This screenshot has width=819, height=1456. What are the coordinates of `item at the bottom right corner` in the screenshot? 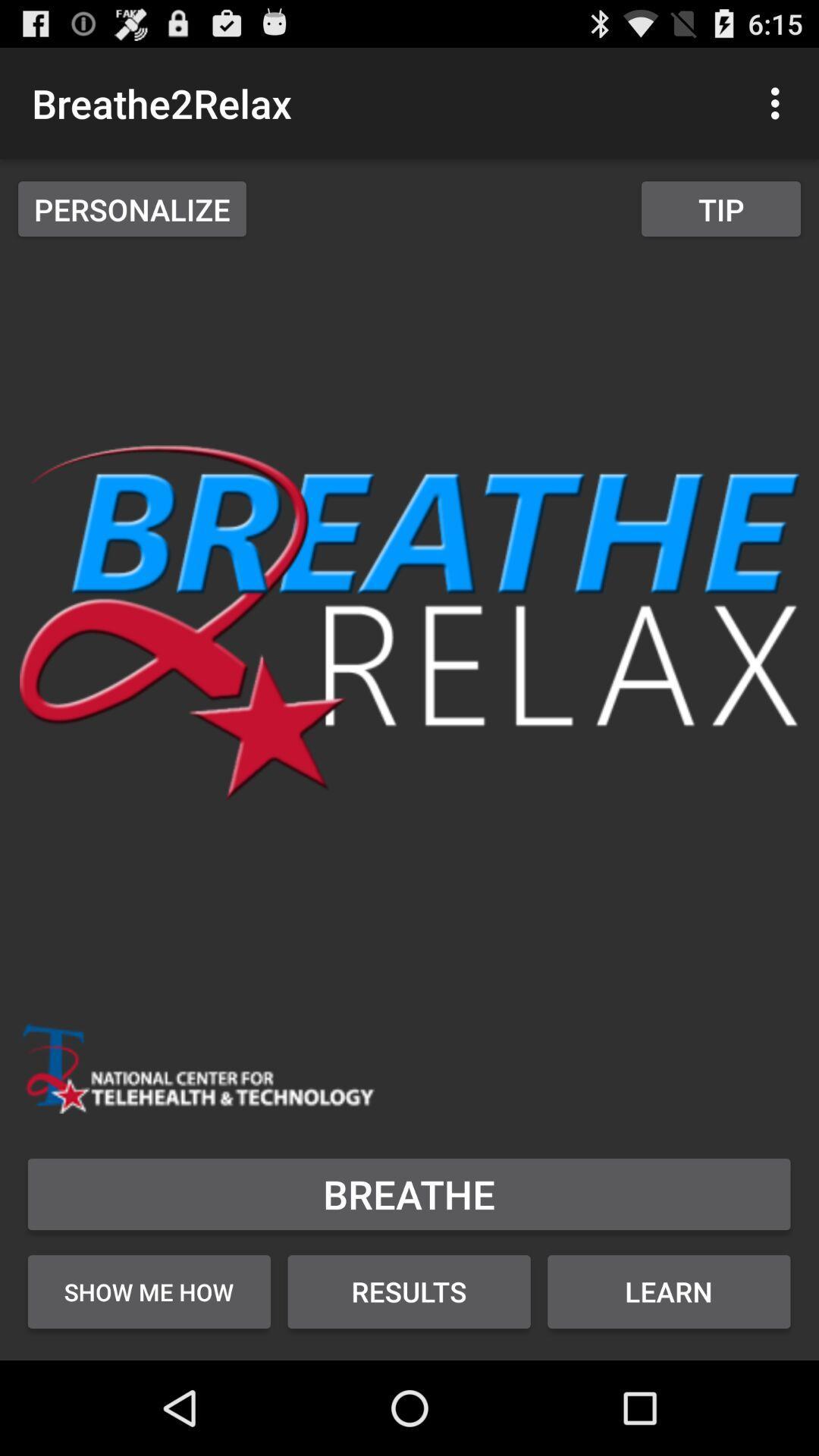 It's located at (668, 1291).